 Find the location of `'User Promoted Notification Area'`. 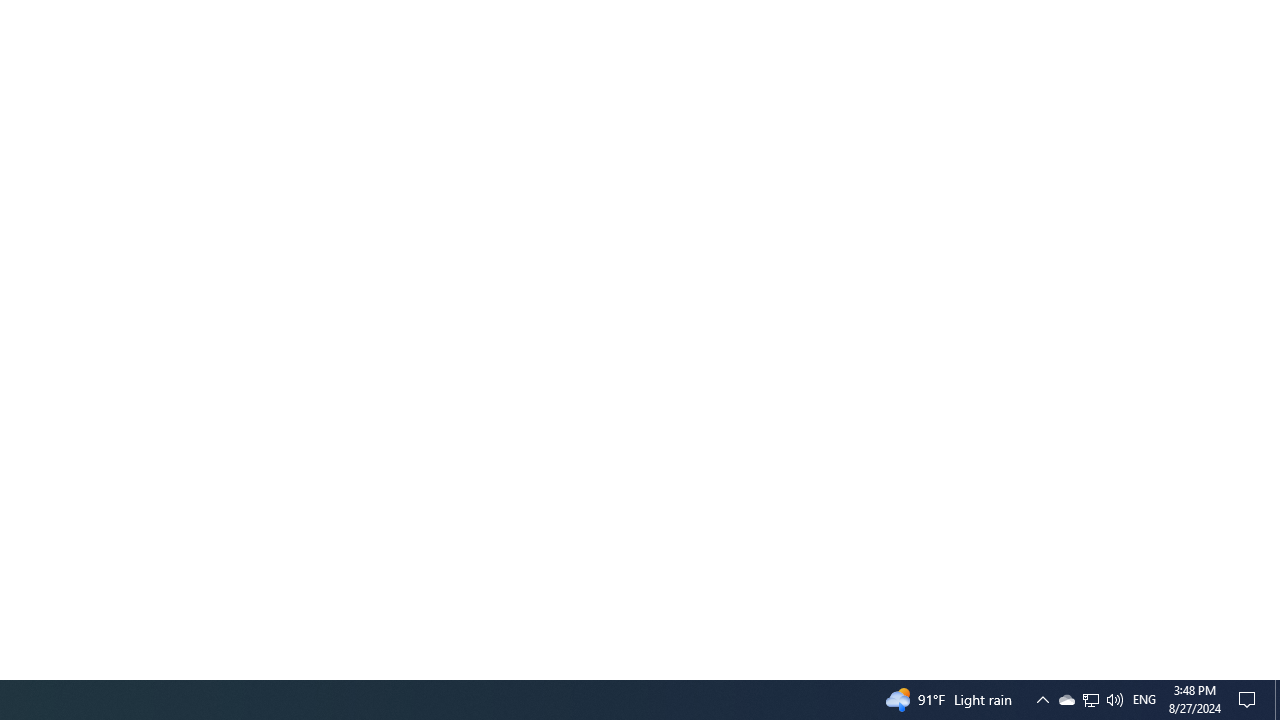

'User Promoted Notification Area' is located at coordinates (1089, 698).